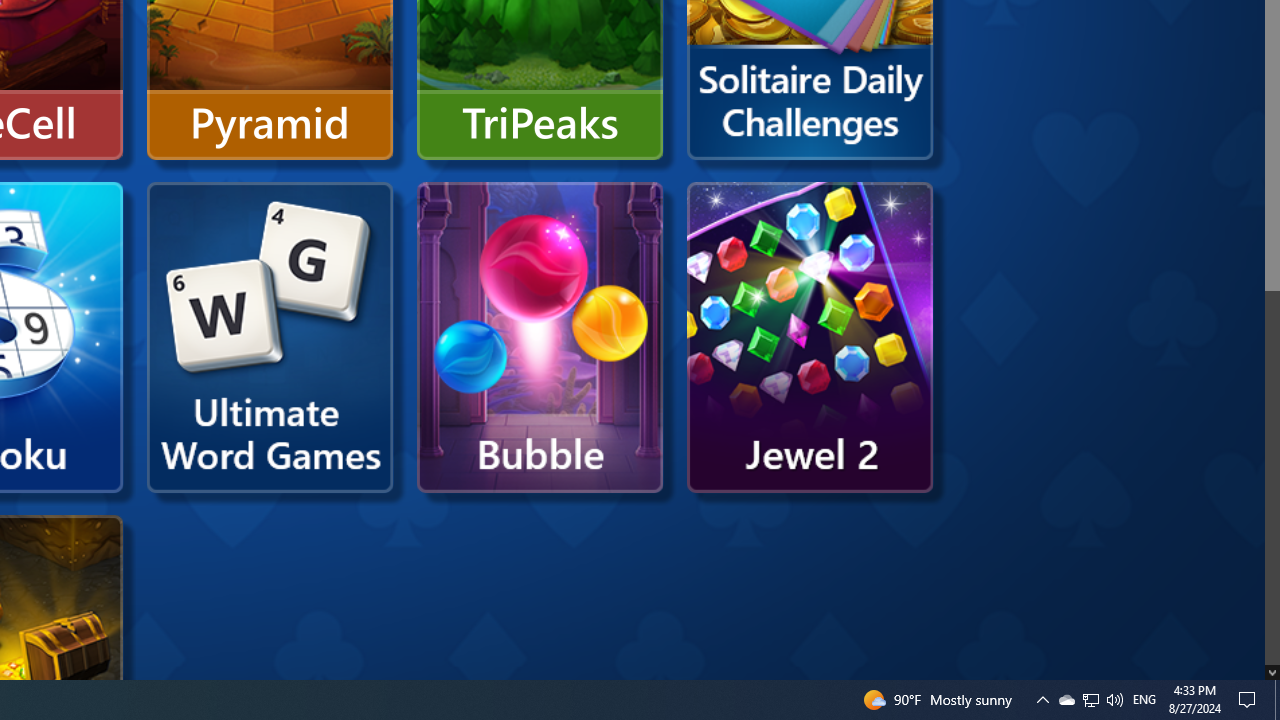 The height and width of the screenshot is (720, 1280). What do you see at coordinates (1144, 698) in the screenshot?
I see `'Tray Input Indicator - English (United States)'` at bounding box center [1144, 698].